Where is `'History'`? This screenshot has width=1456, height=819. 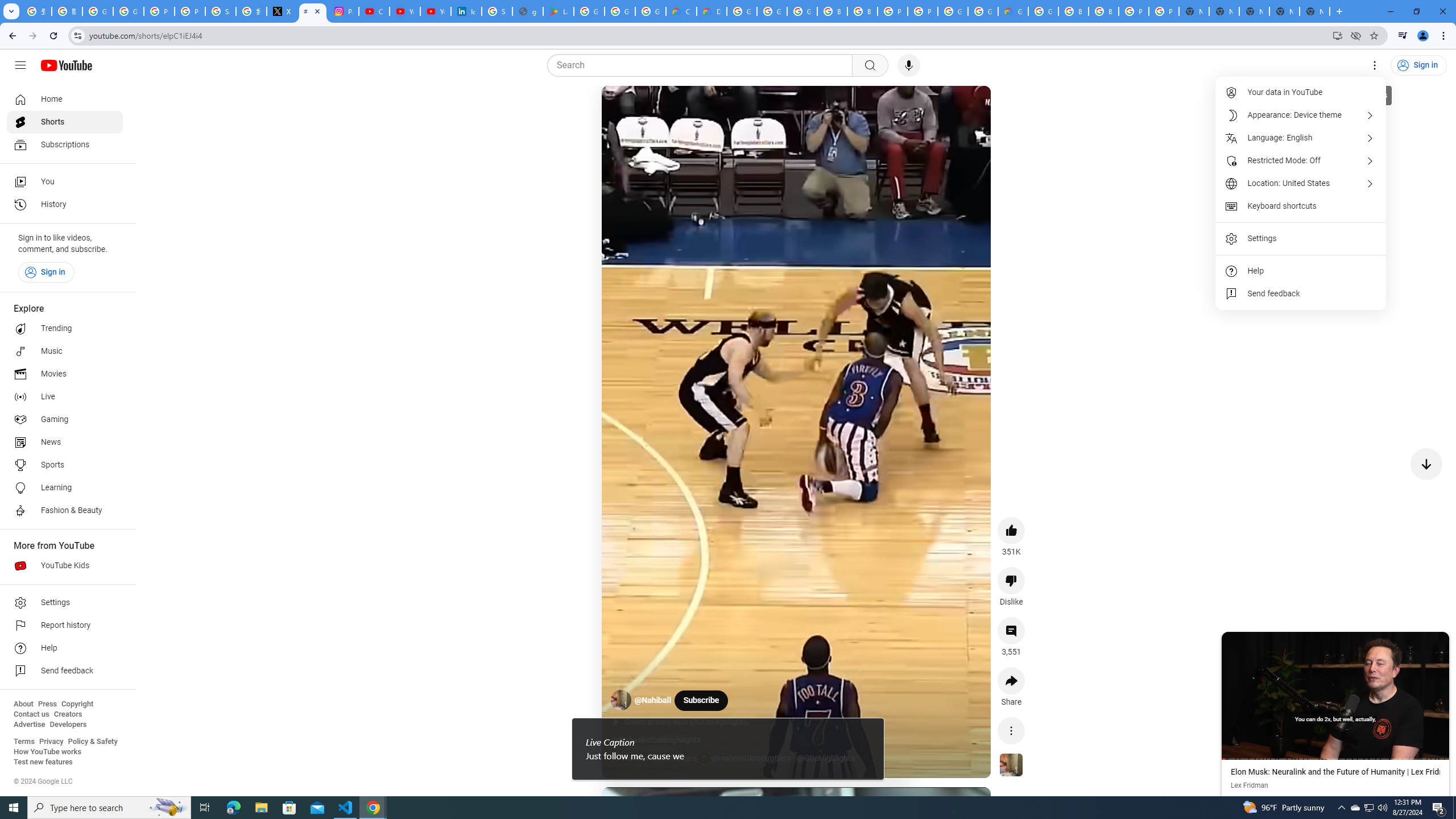
'History' is located at coordinates (64, 205).